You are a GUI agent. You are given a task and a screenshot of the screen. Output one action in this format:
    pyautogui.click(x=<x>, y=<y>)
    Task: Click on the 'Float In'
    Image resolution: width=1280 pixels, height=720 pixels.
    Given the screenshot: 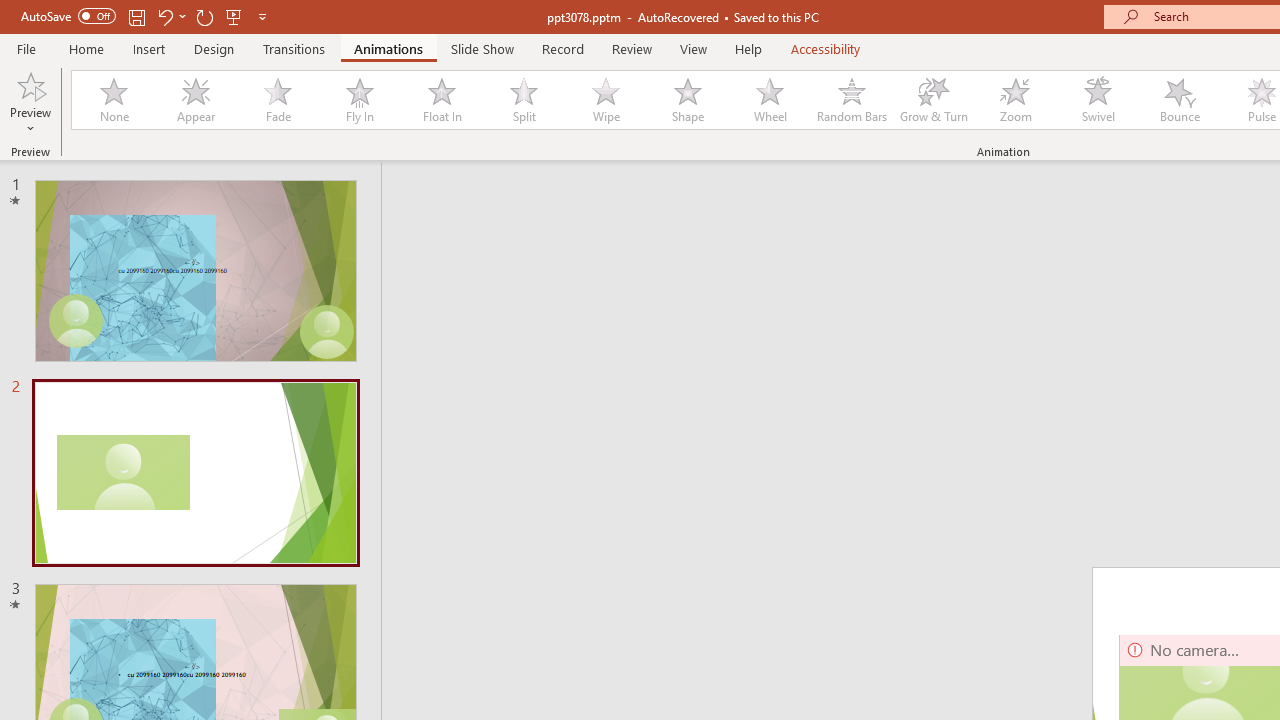 What is the action you would take?
    pyautogui.click(x=440, y=100)
    